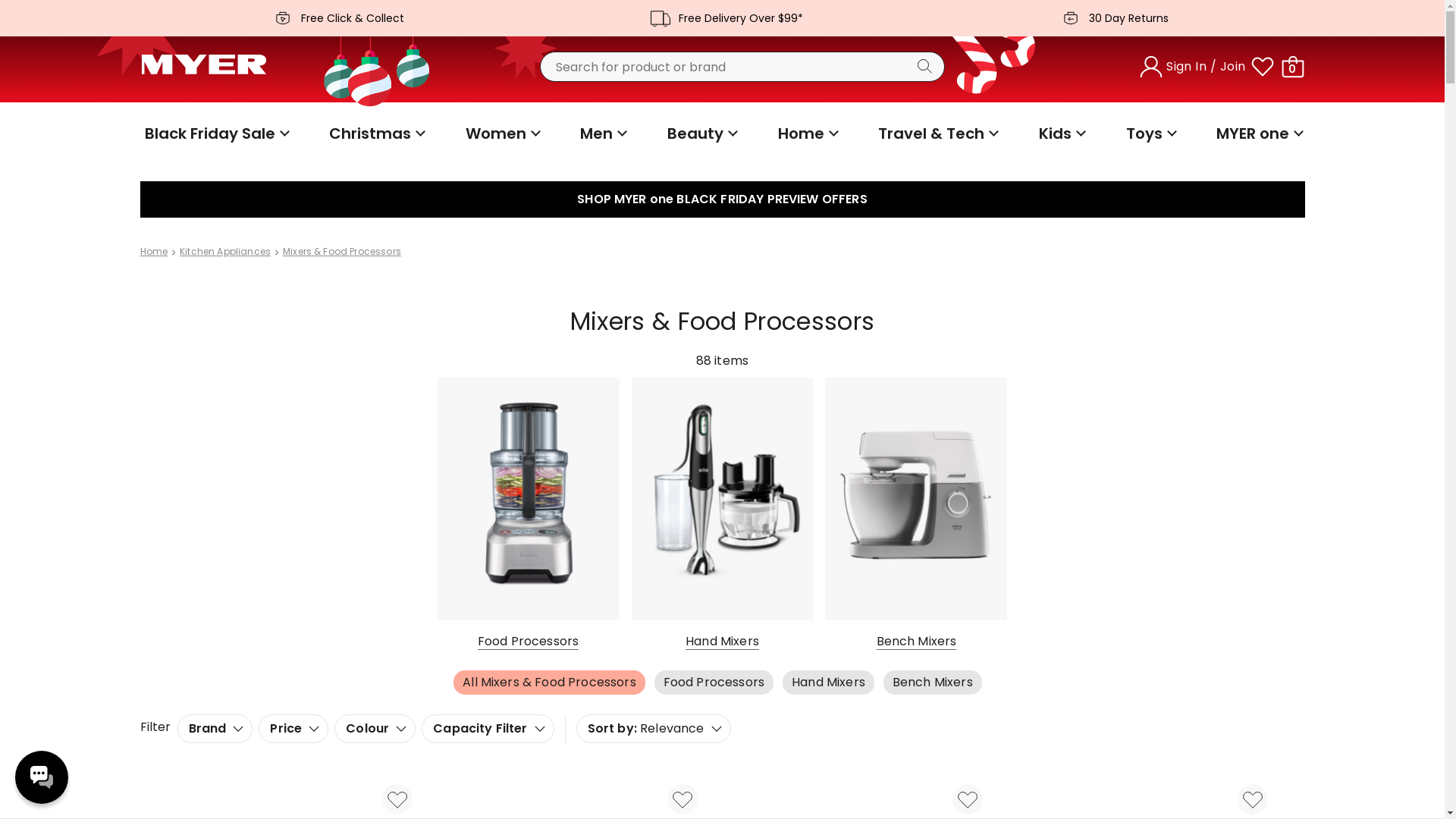  I want to click on 'Travel & Tech', so click(874, 133).